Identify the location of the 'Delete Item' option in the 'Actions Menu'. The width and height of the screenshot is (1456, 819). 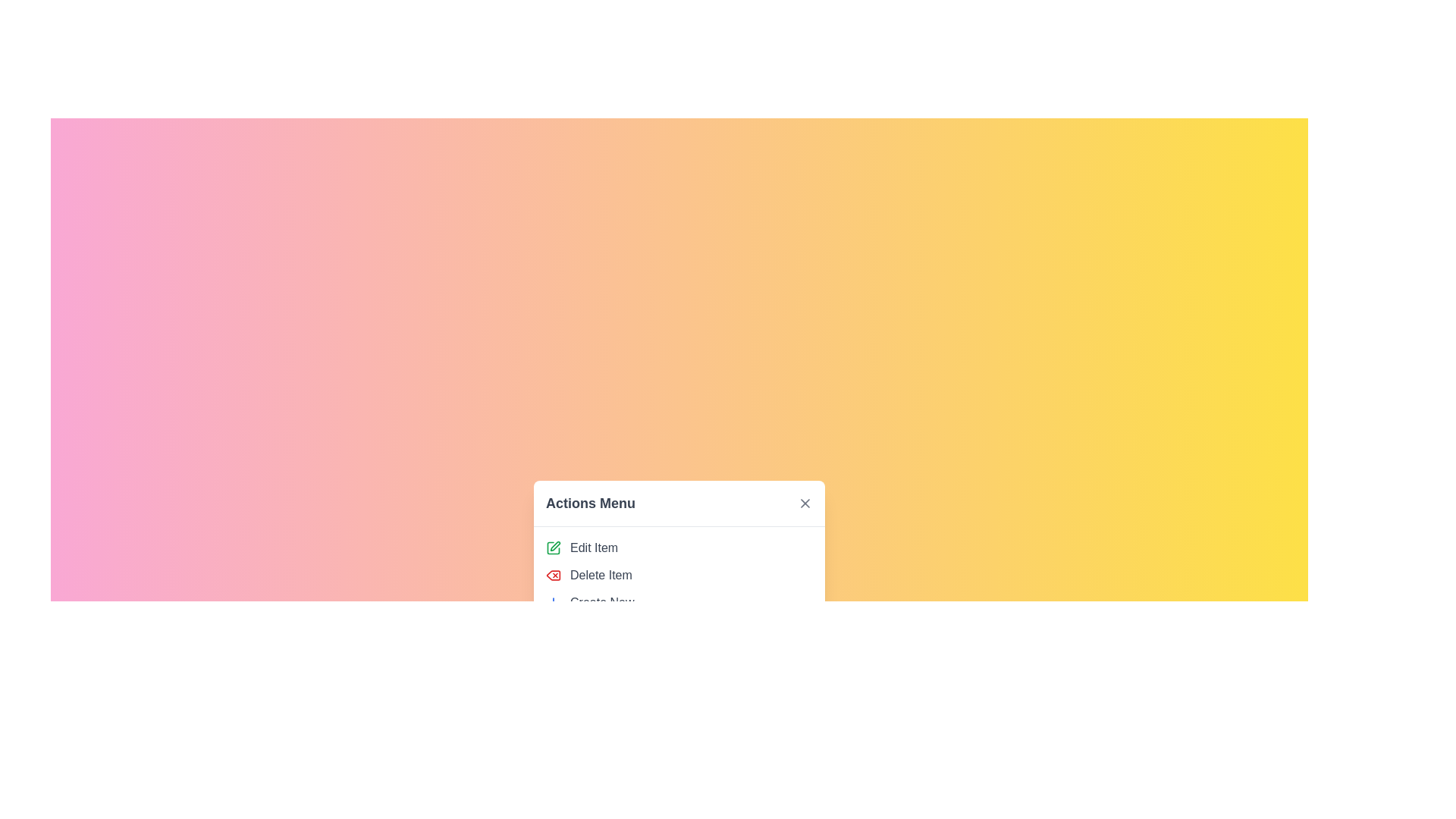
(679, 575).